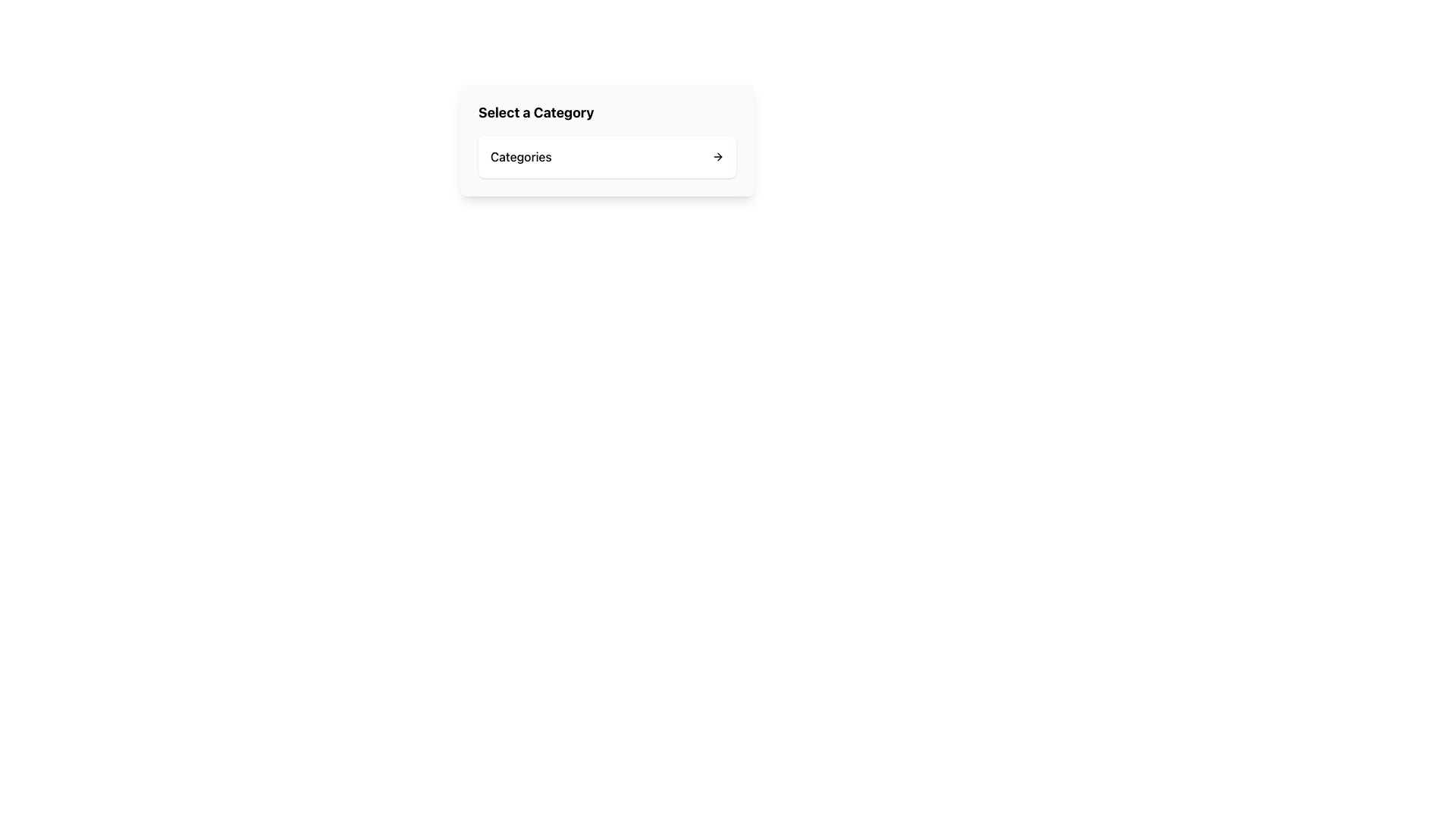  Describe the element at coordinates (717, 157) in the screenshot. I see `the arrow icon located to the far right of the 'Categories' button` at that location.